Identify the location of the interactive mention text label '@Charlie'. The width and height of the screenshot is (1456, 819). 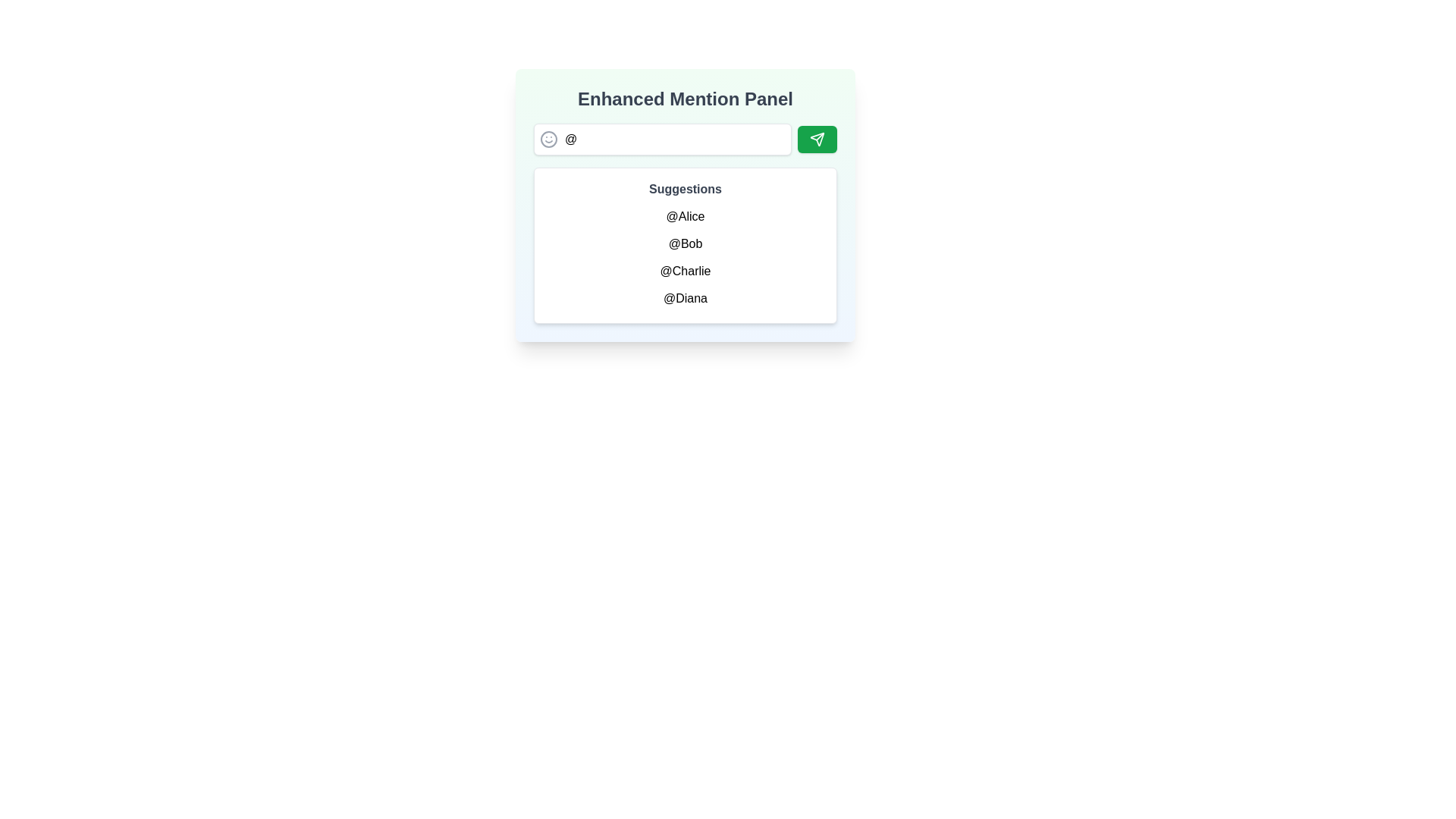
(684, 271).